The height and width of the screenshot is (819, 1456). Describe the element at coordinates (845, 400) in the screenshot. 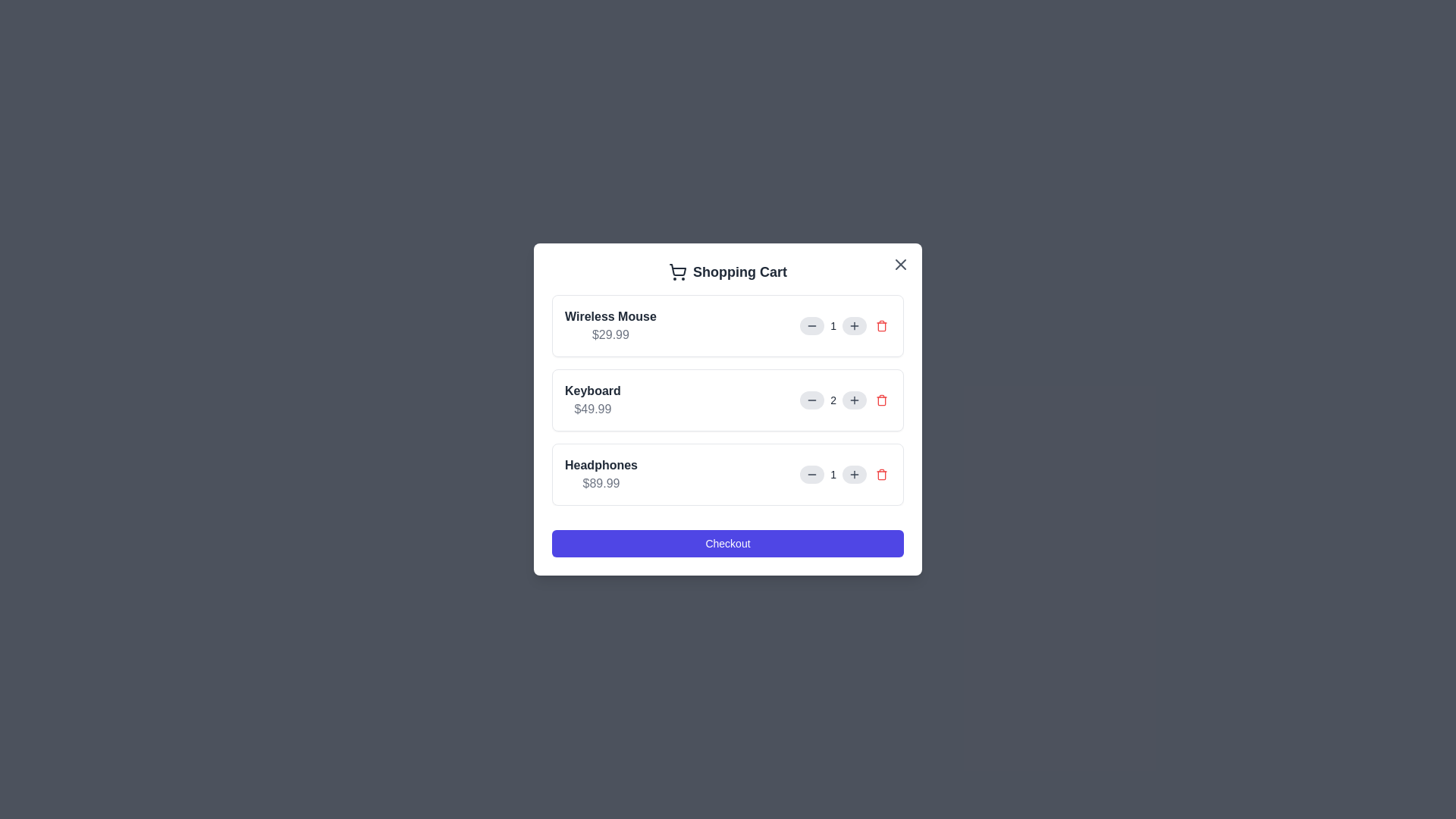

I see `displayed quantity from the numeric stepper control element located in the shopping cart, identified by the centered numeric label '2' and flanked by '+' and '-' buttons` at that location.